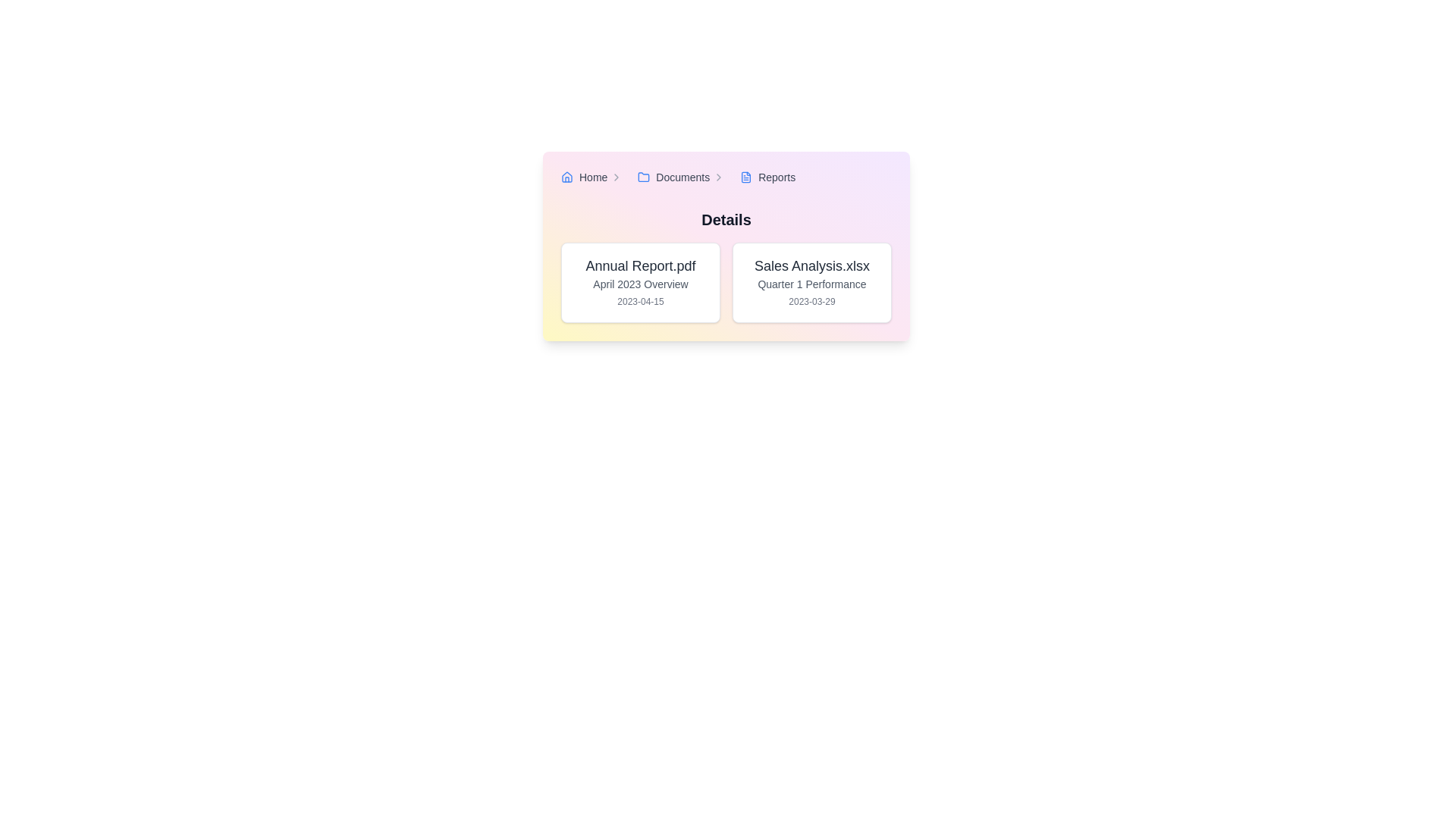 Image resolution: width=1456 pixels, height=819 pixels. What do you see at coordinates (640, 284) in the screenshot?
I see `the static text label displaying 'April 2023 Overview', which is positioned beneath the bold title 'Annual Report.pdf' and above the date '2023-04-15'` at bounding box center [640, 284].